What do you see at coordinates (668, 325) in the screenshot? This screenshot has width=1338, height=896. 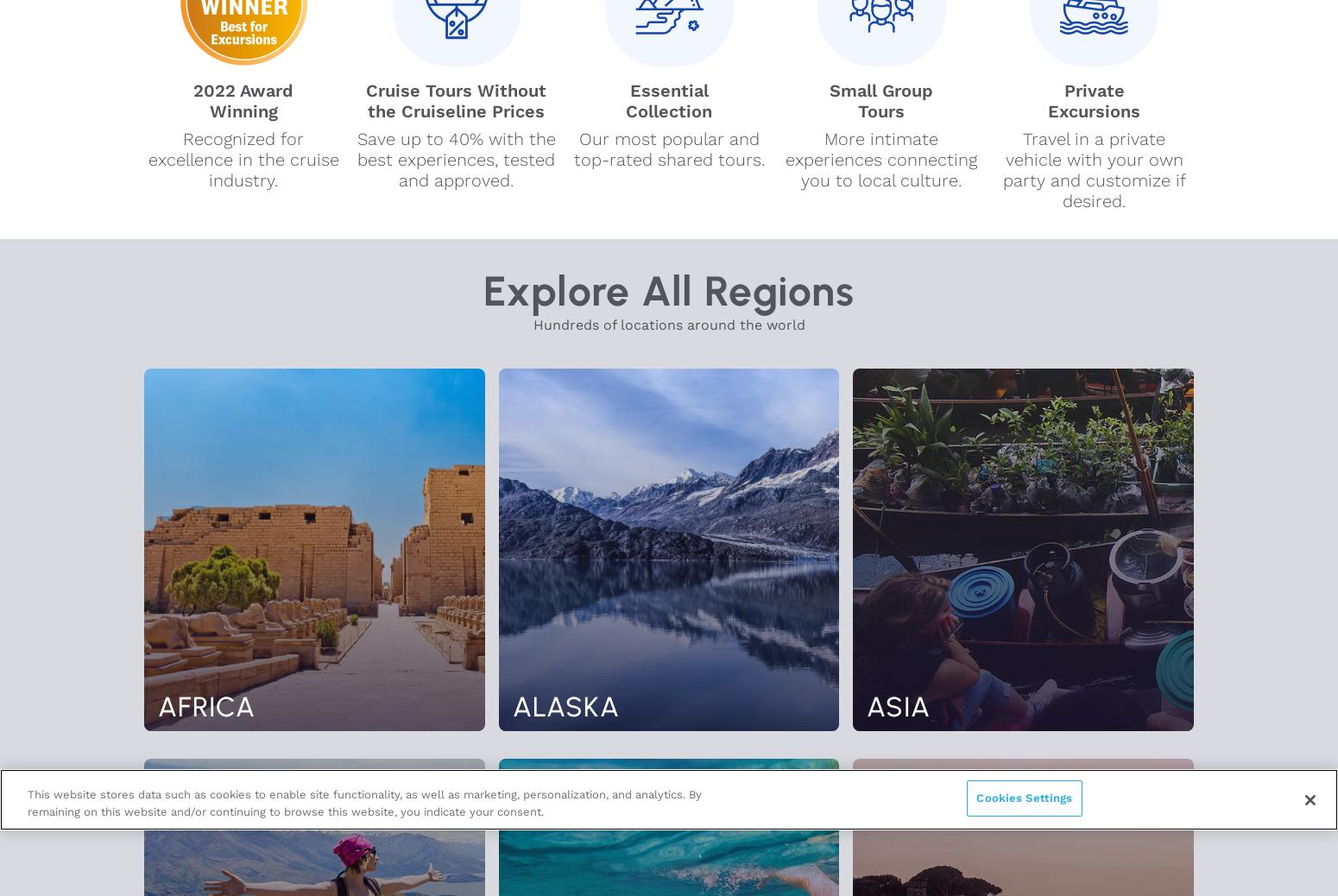 I see `'Hundreds of locations around the world'` at bounding box center [668, 325].